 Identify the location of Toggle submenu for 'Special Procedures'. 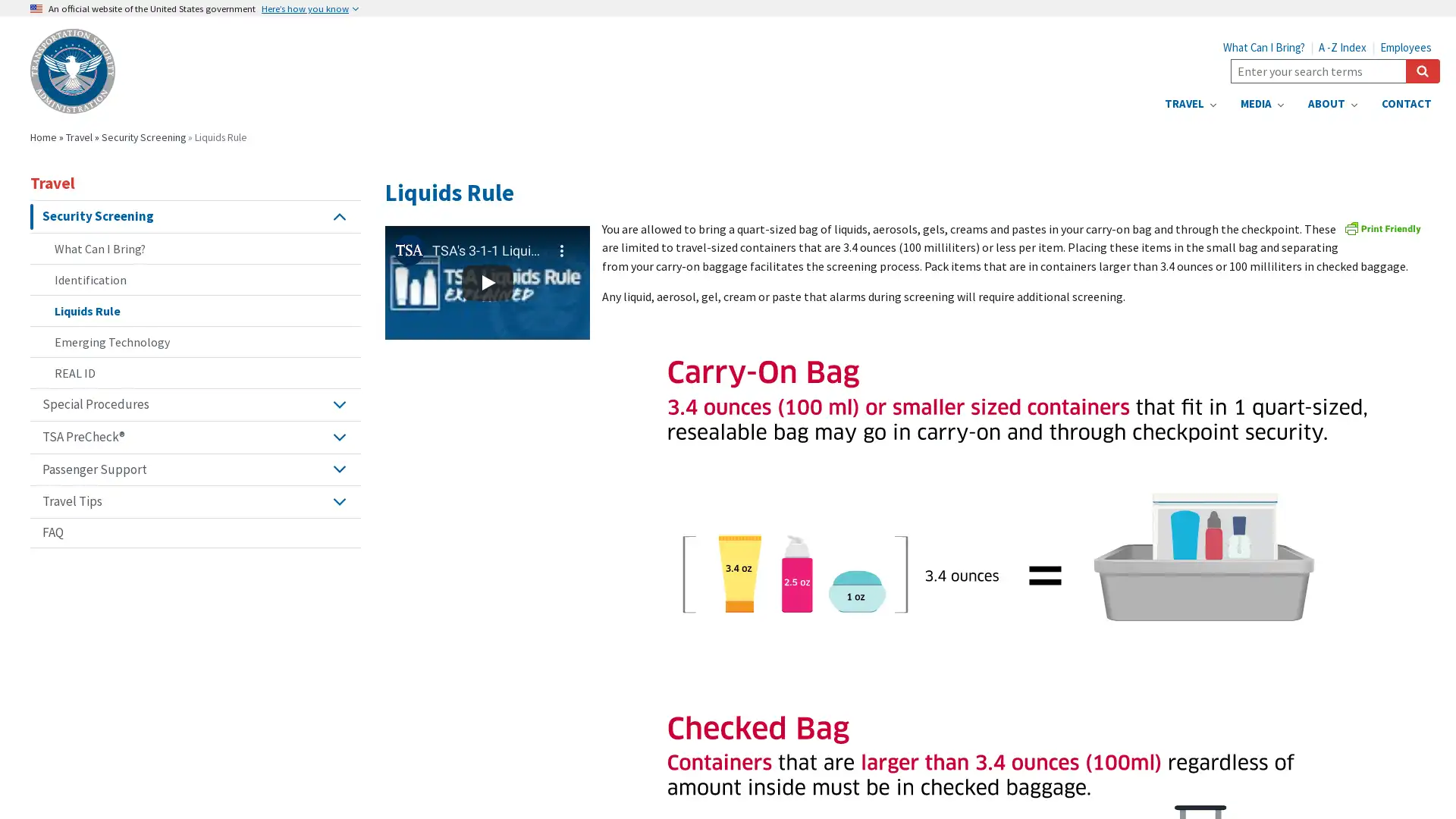
(338, 403).